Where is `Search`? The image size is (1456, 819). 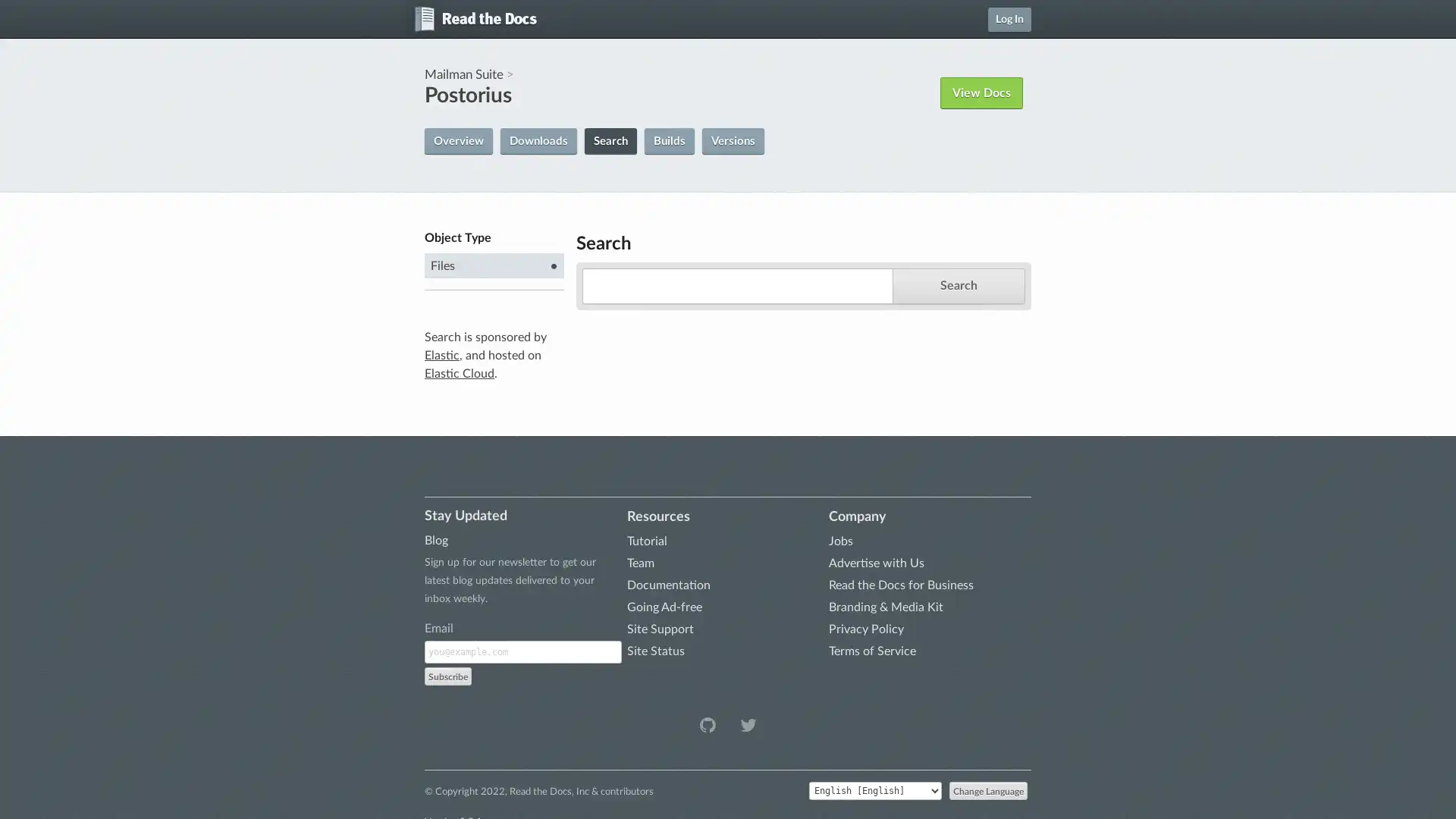
Search is located at coordinates (957, 285).